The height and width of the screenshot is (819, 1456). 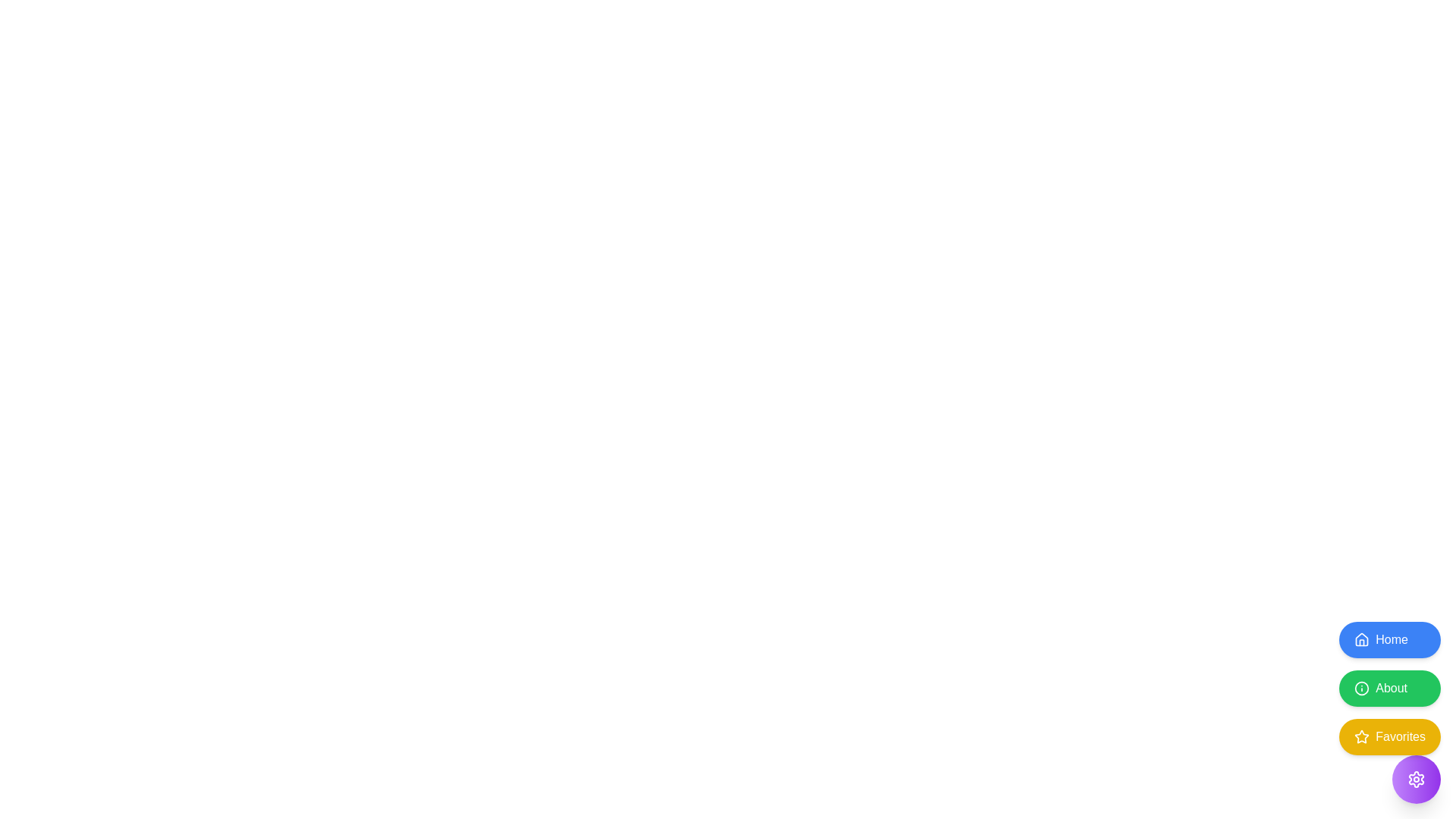 I want to click on the 'Favorites' button, which is styled with a yellow background, white text, and has a star icon to the left, located below the 'About' button in the bottom-right corner of the interface, so click(x=1390, y=736).